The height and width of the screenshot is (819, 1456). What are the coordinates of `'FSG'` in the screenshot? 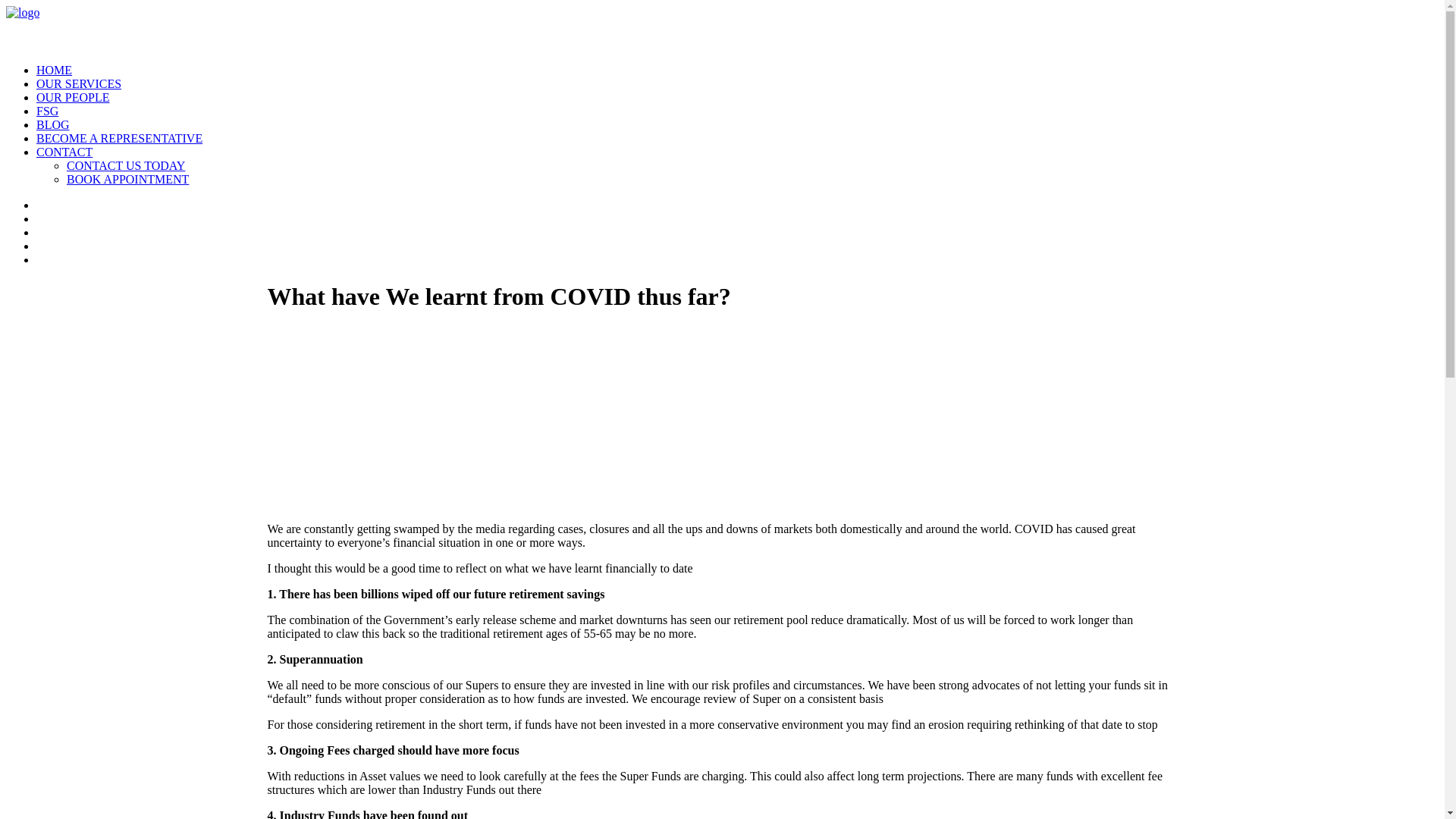 It's located at (47, 110).